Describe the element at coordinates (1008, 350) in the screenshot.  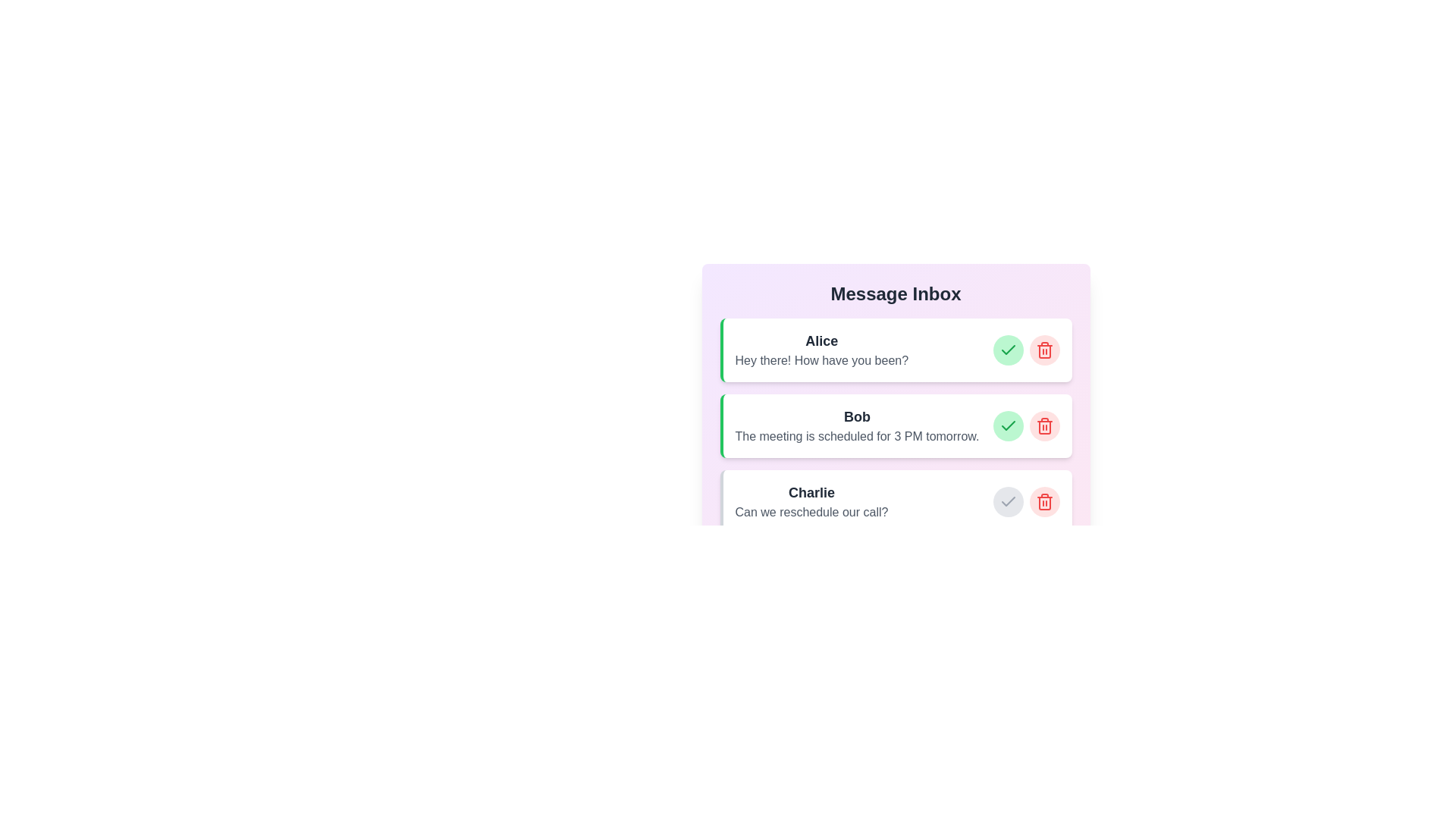
I see `the check button of the message with sender Alice to toggle its status` at that location.